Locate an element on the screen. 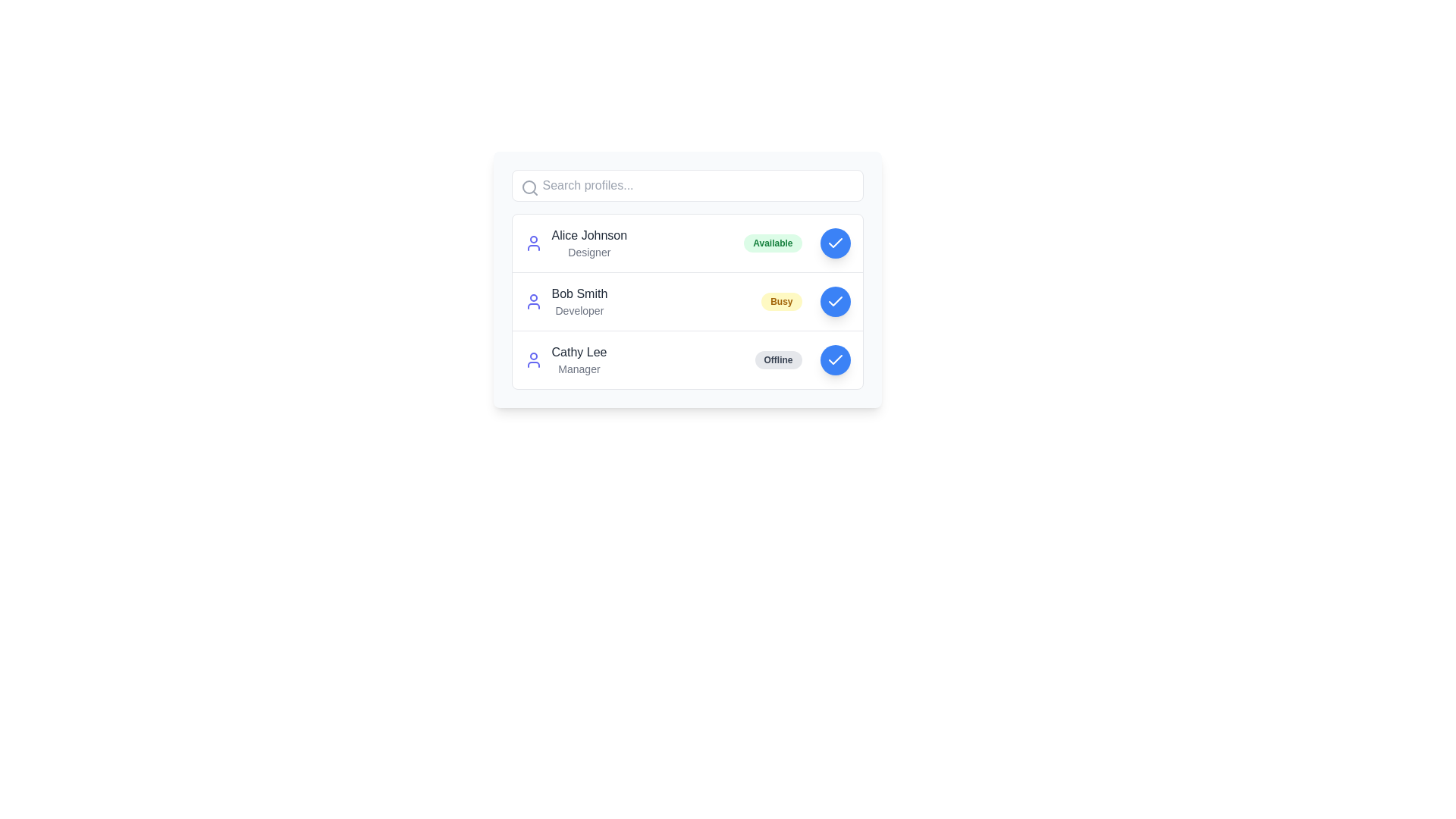 This screenshot has width=1456, height=819. the Text label that provides contextual information about the role of 'Alice Johnson', located below her name and to the left of the availability status indicator is located at coordinates (588, 251).